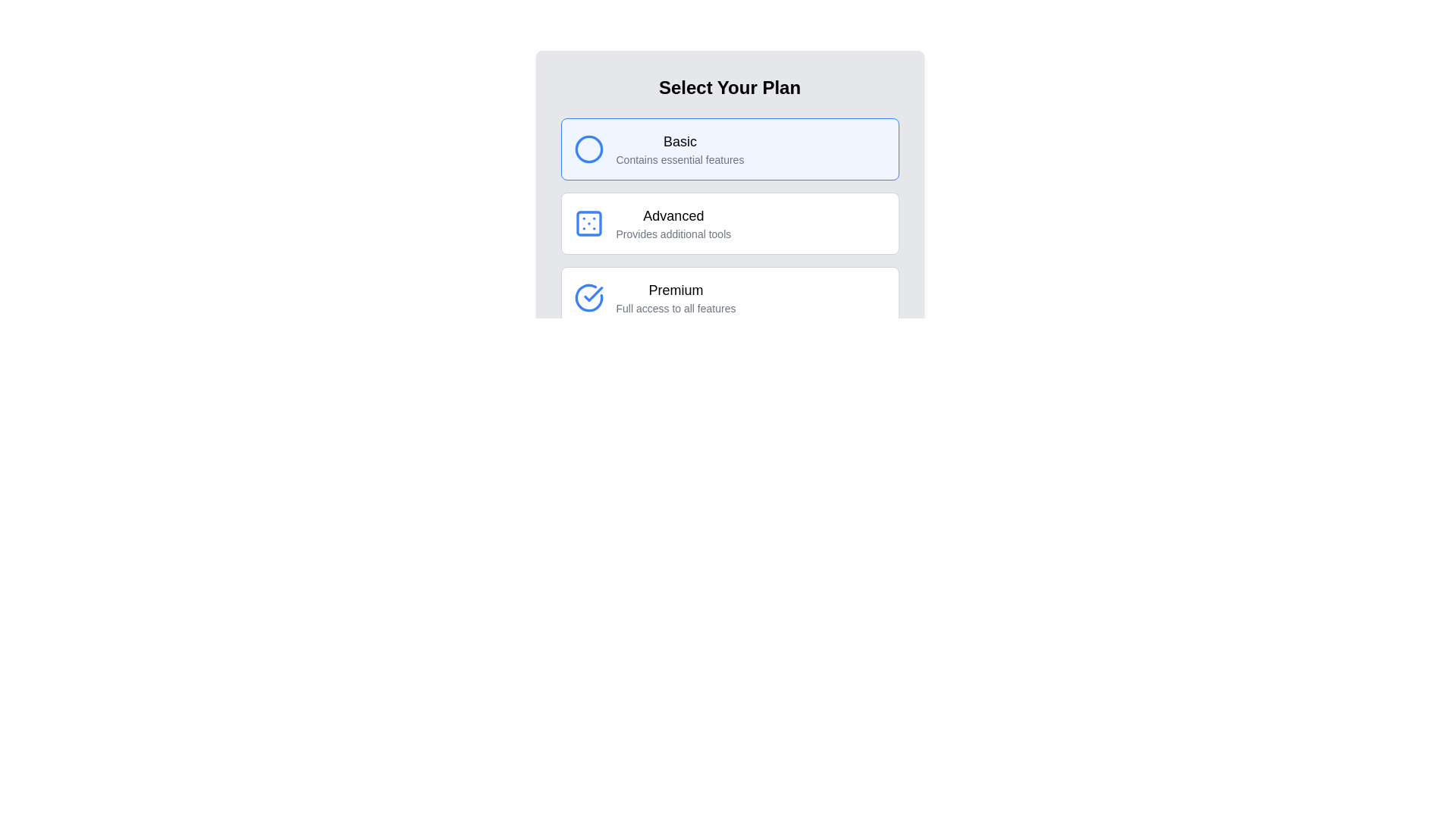  What do you see at coordinates (588, 298) in the screenshot?
I see `the SVG checkmark icon indicating the selection of the 'Premium' plan option, which is located to the left of the plan title 'Premium'` at bounding box center [588, 298].